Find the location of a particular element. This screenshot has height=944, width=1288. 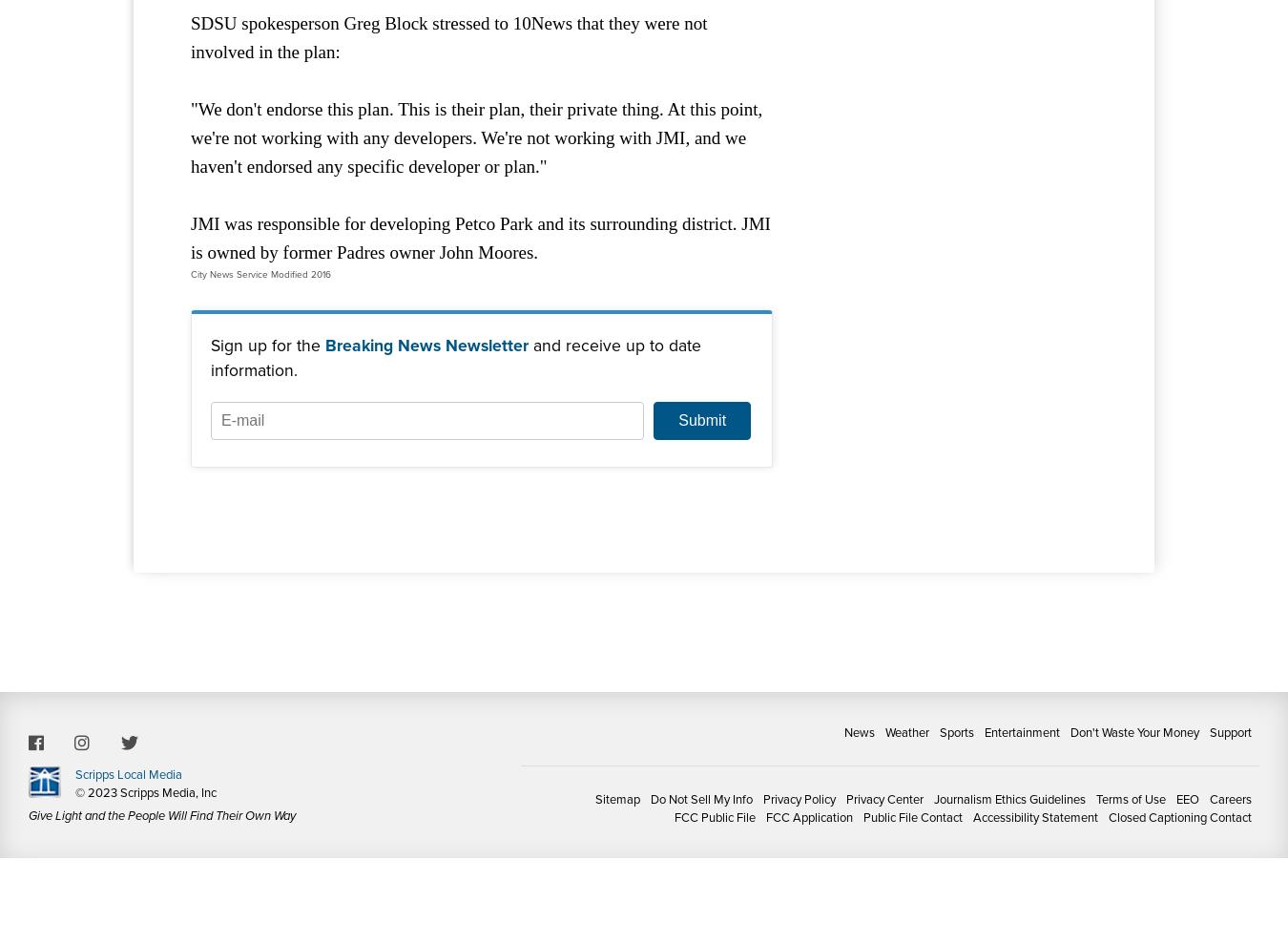

'Public File Contact' is located at coordinates (912, 816).